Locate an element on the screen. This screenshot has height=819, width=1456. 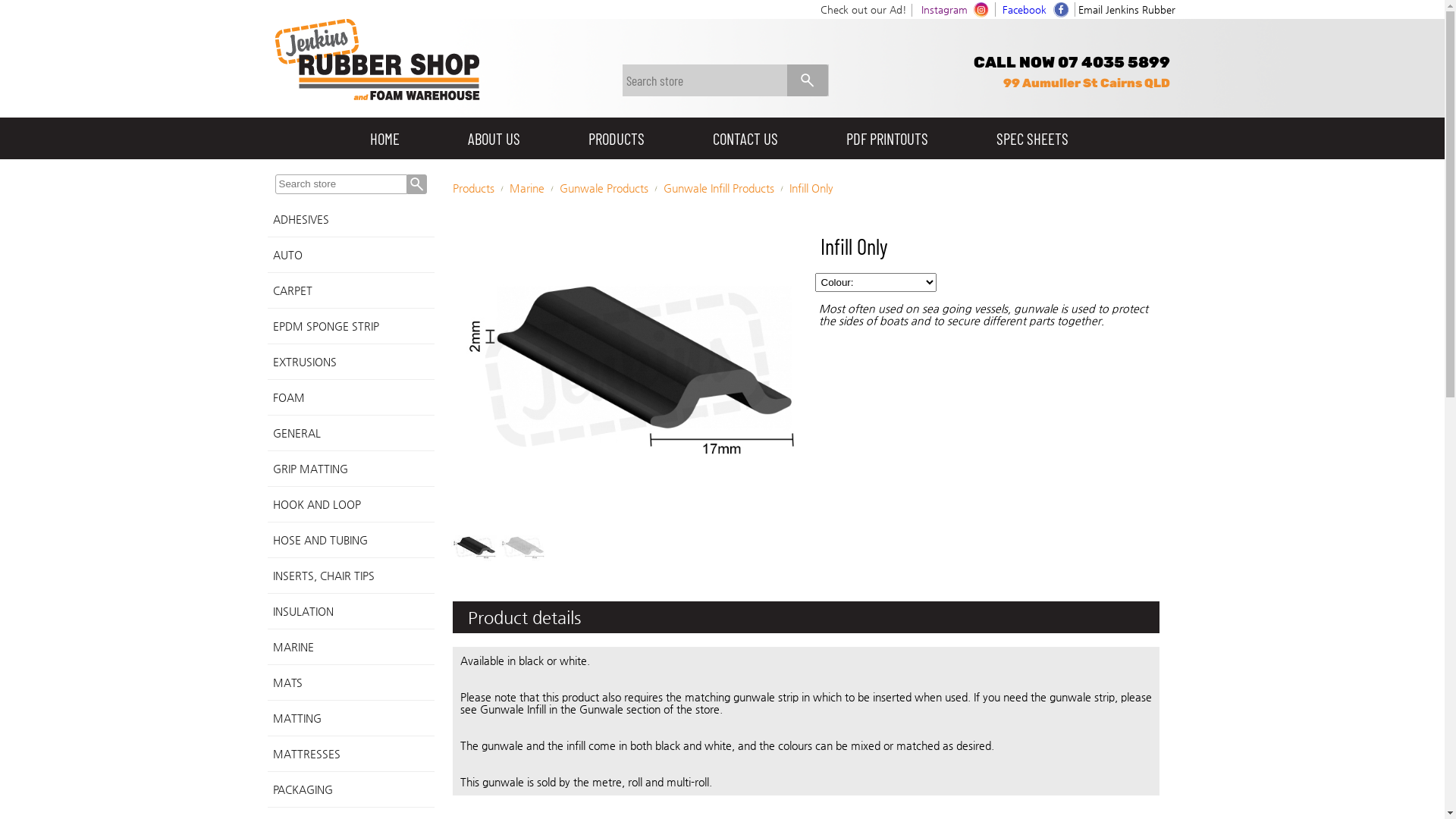
'GENERAL' is located at coordinates (266, 433).